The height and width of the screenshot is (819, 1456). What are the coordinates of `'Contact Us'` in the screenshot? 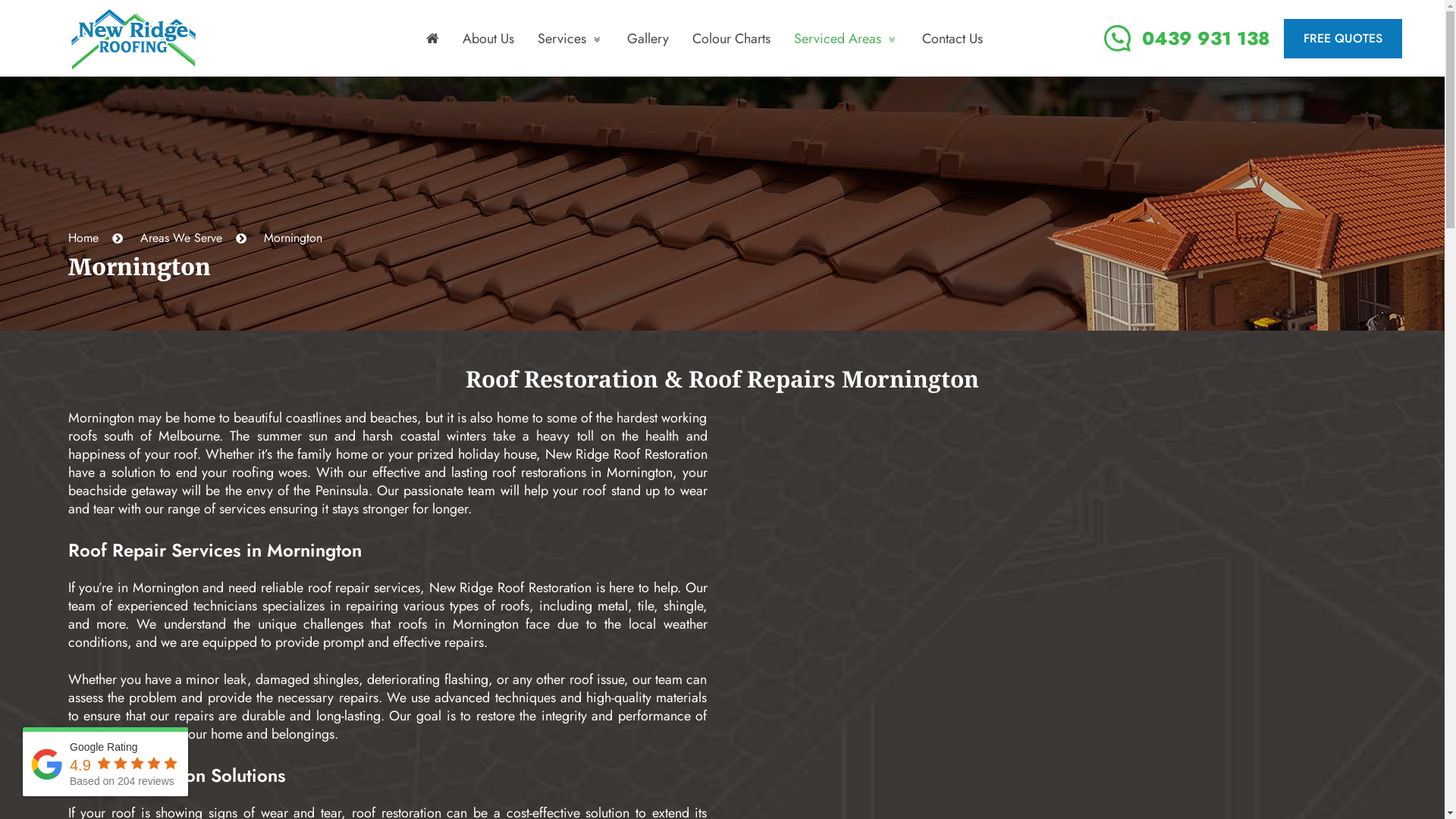 It's located at (952, 37).